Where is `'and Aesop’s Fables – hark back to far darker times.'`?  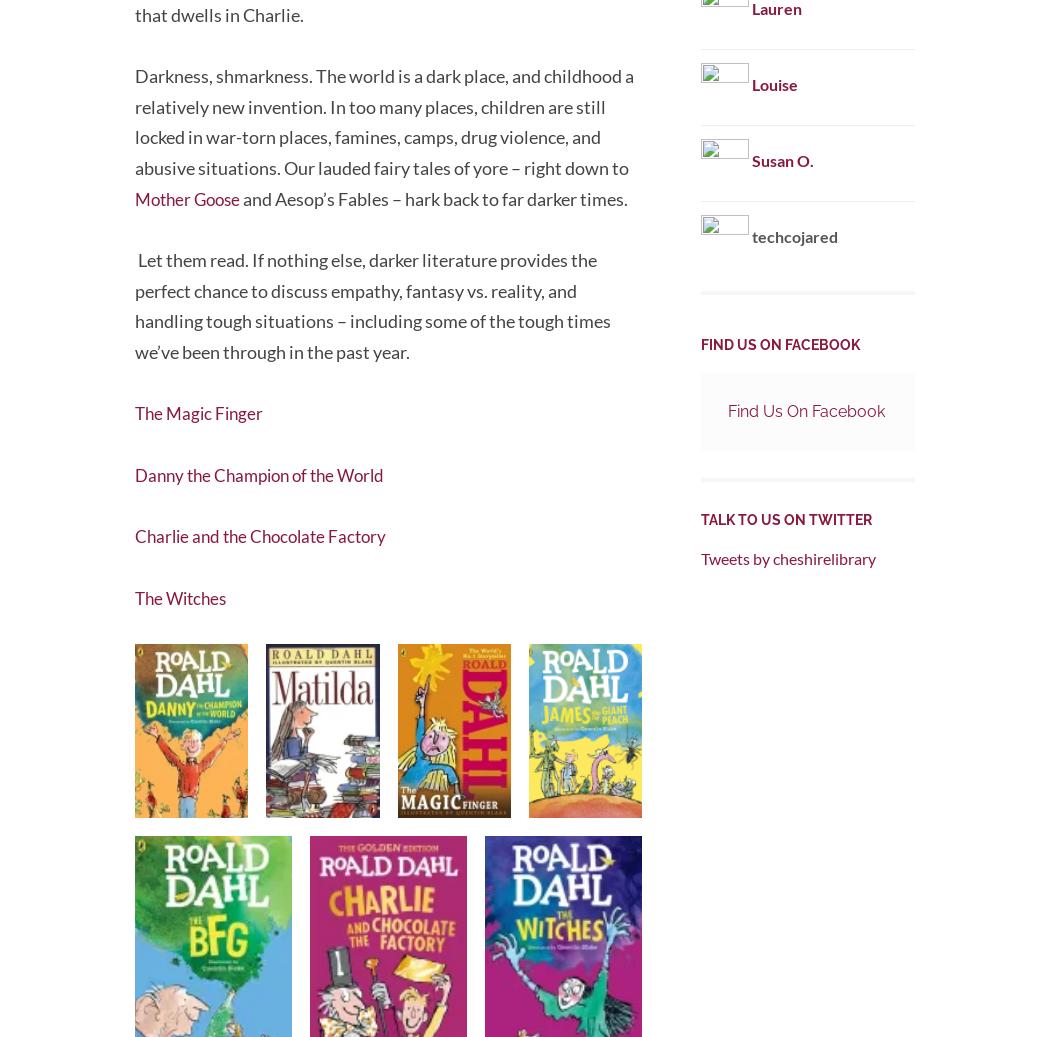
'and Aesop’s Fables – hark back to far darker times.' is located at coordinates (441, 194).